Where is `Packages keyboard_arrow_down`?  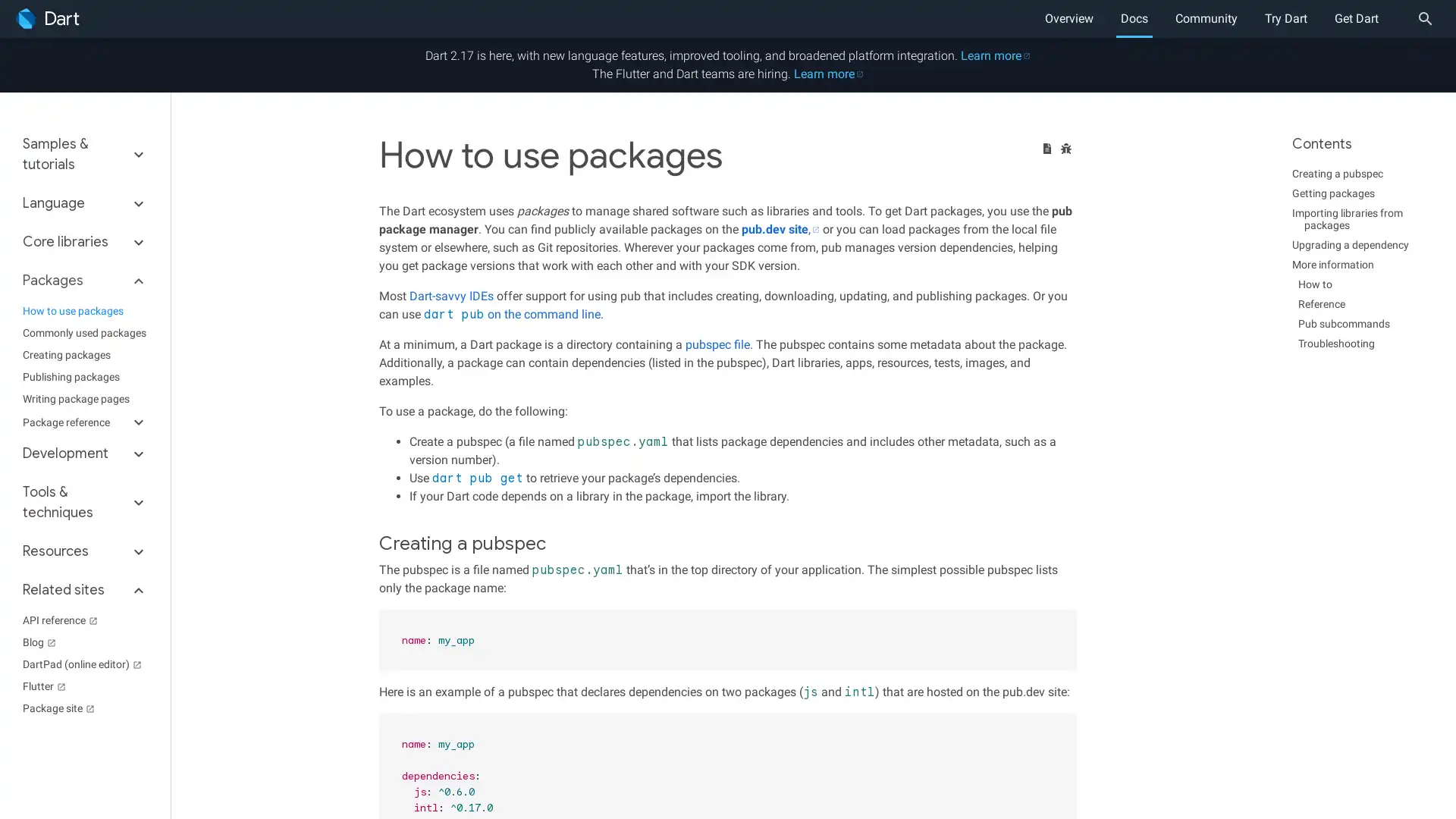 Packages keyboard_arrow_down is located at coordinates (84, 281).